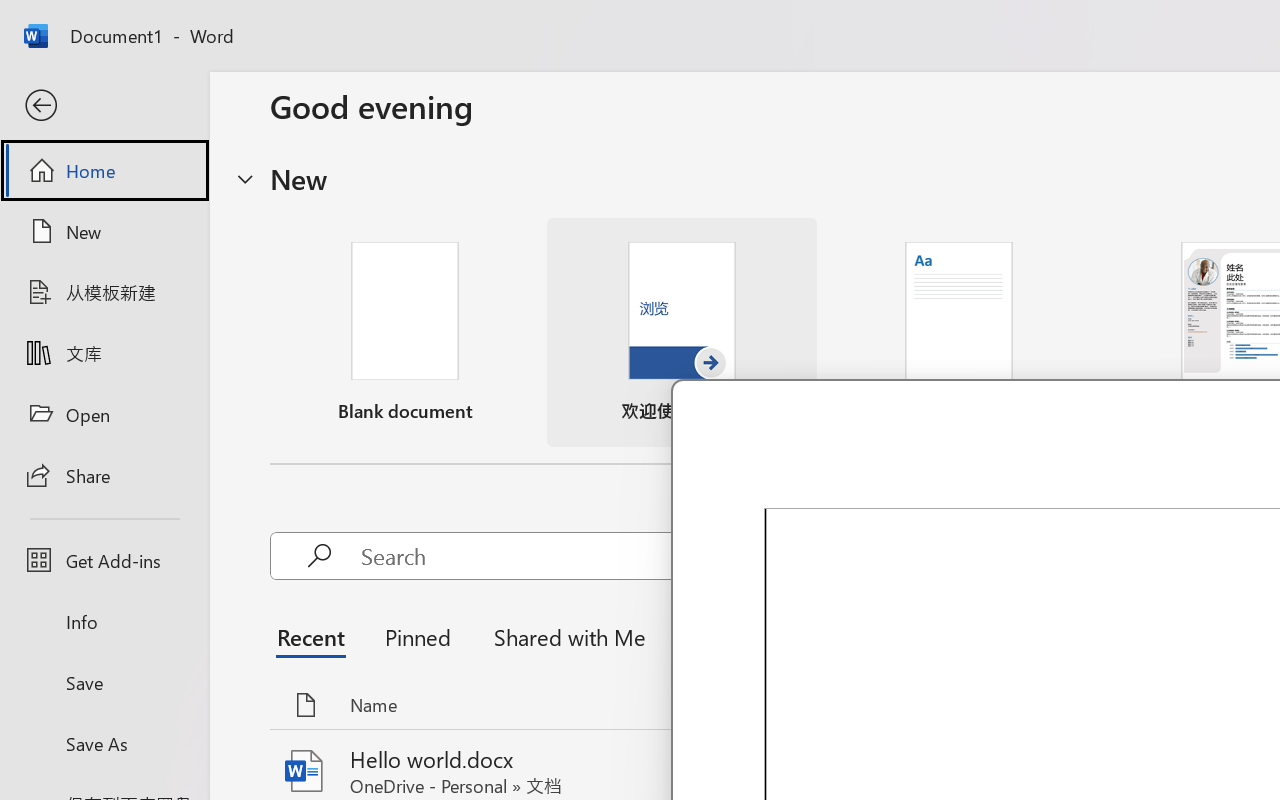 This screenshot has height=800, width=1280. What do you see at coordinates (315, 635) in the screenshot?
I see `'Recent'` at bounding box center [315, 635].